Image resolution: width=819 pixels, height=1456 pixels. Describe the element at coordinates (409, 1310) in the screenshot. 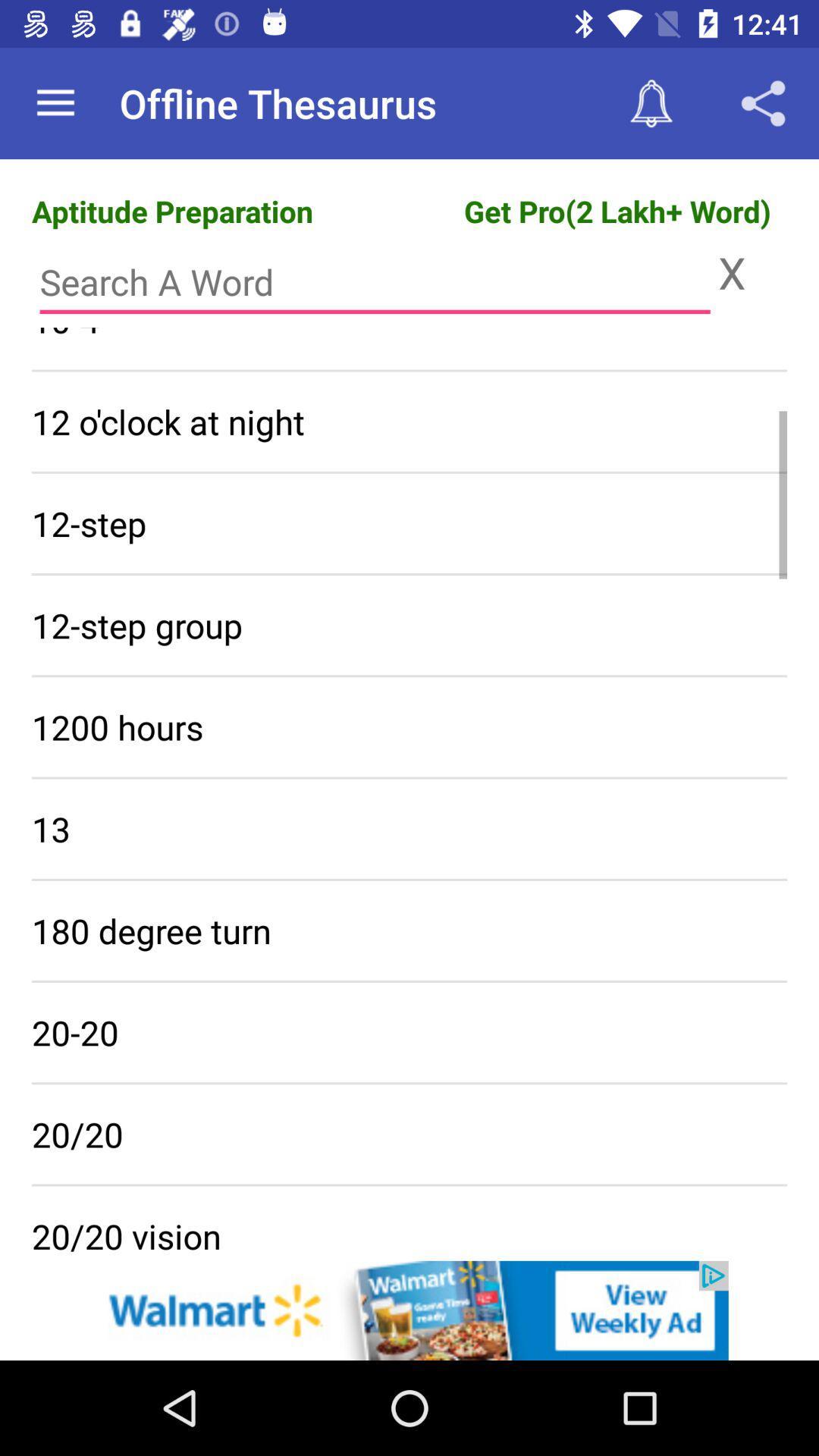

I see `click on the advertisement` at that location.